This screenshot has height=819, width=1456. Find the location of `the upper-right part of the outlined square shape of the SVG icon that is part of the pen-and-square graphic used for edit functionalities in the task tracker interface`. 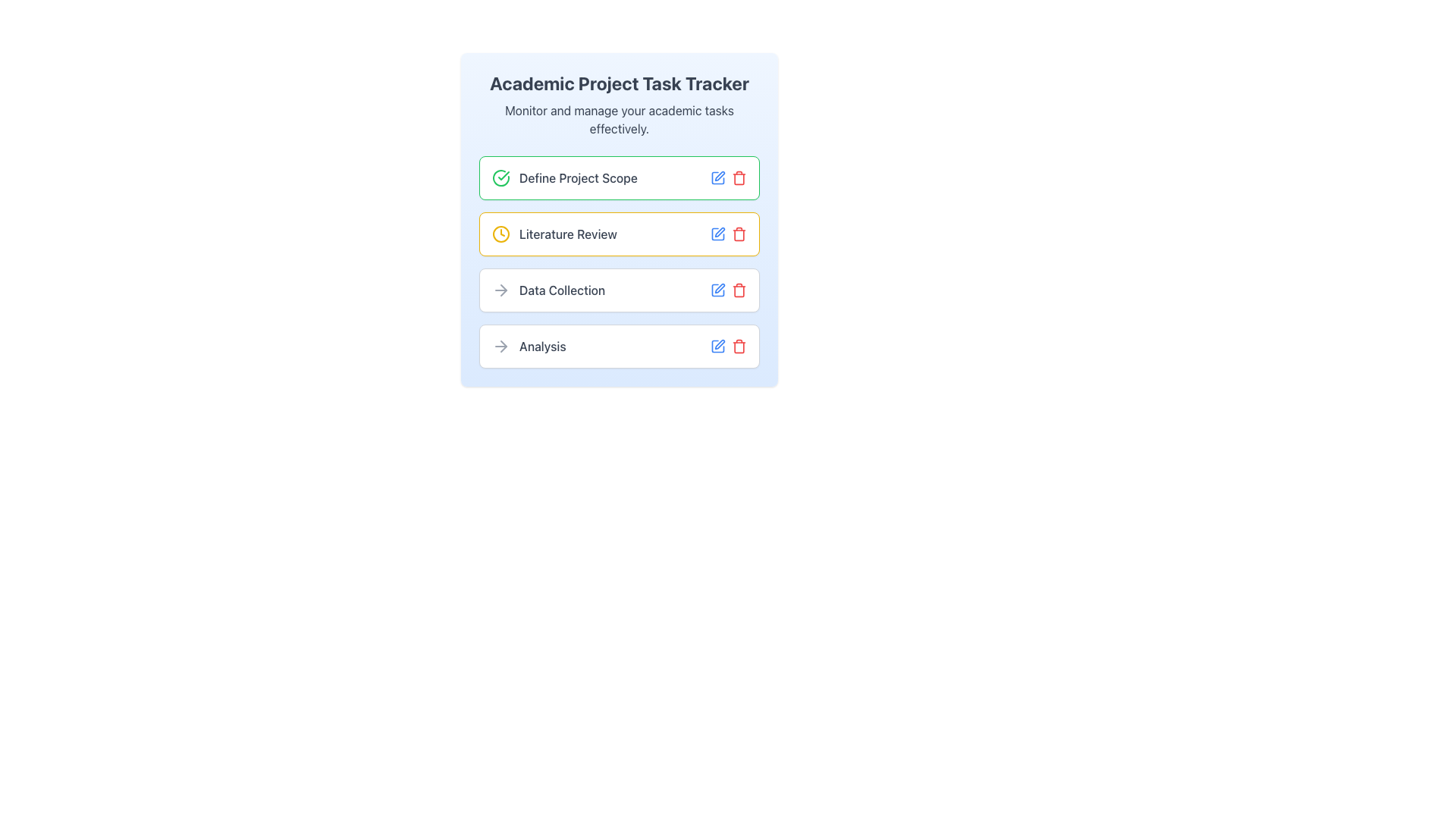

the upper-right part of the outlined square shape of the SVG icon that is part of the pen-and-square graphic used for edit functionalities in the task tracker interface is located at coordinates (717, 346).